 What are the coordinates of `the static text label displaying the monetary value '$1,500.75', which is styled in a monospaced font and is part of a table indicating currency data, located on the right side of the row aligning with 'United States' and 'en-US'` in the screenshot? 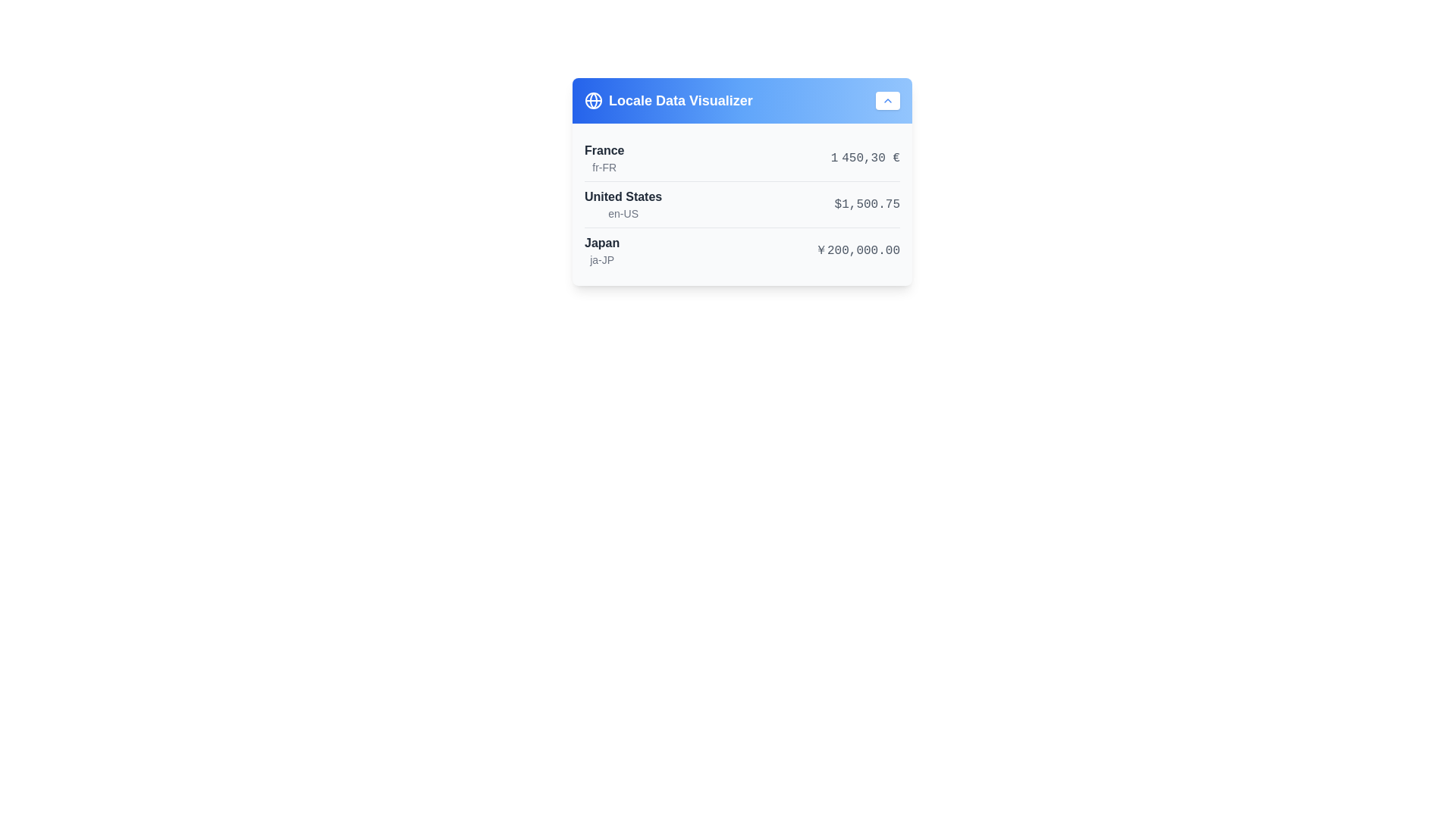 It's located at (867, 205).